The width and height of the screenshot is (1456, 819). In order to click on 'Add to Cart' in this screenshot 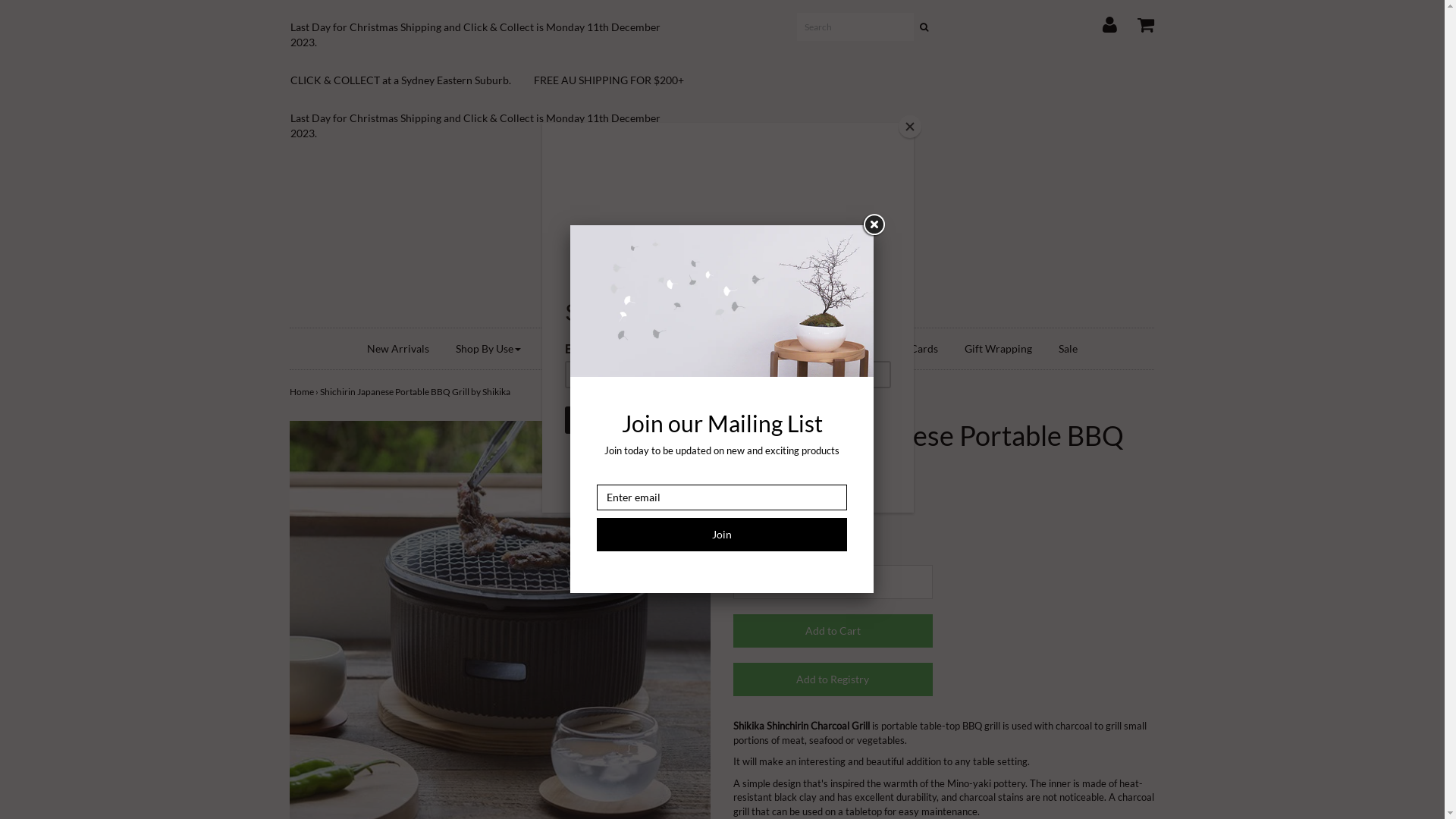, I will do `click(832, 631)`.